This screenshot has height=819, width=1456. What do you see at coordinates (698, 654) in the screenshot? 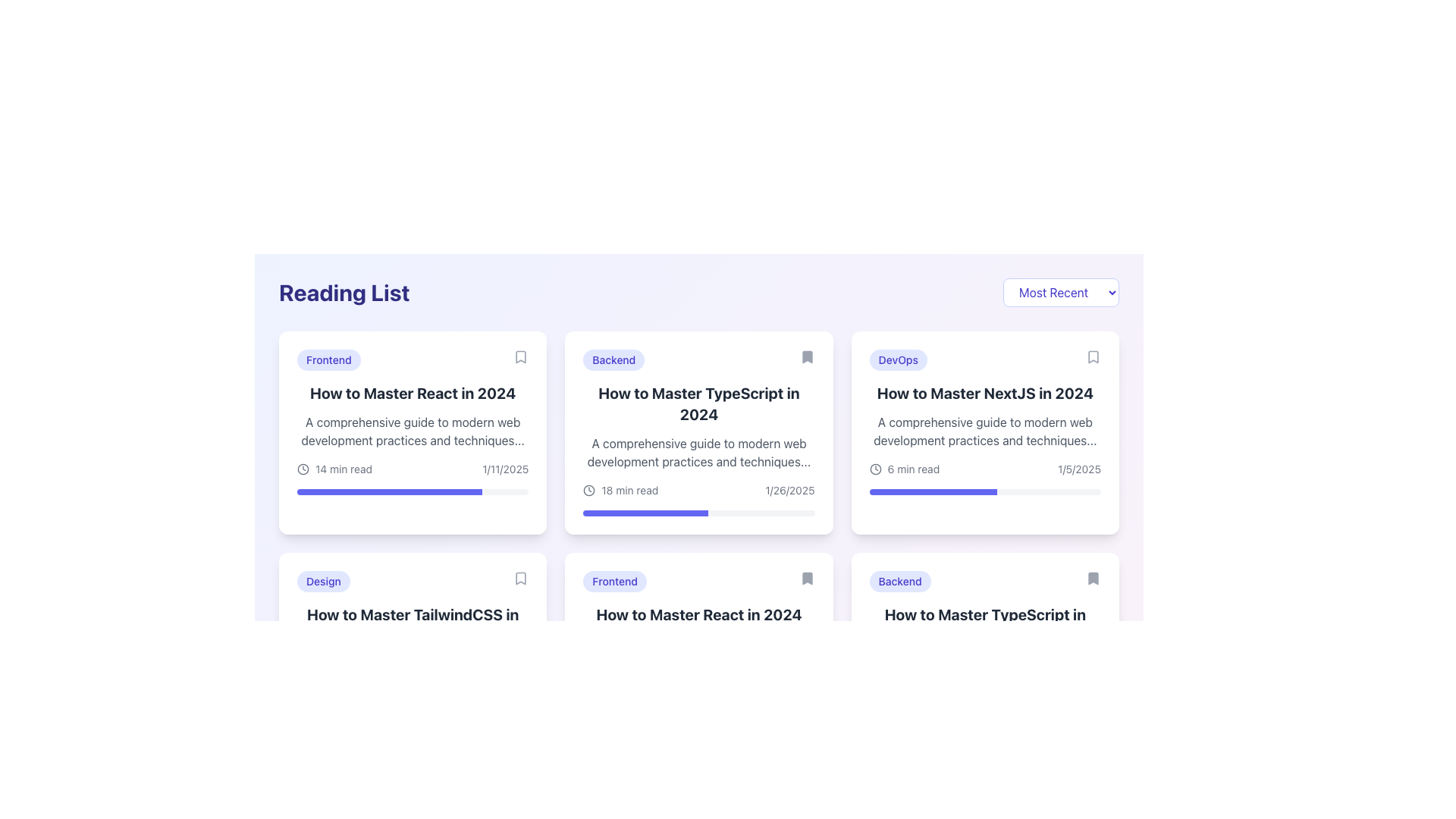
I see `the card titled 'How to Master React in 2024' located in the bottom row, middle column of the grid` at bounding box center [698, 654].